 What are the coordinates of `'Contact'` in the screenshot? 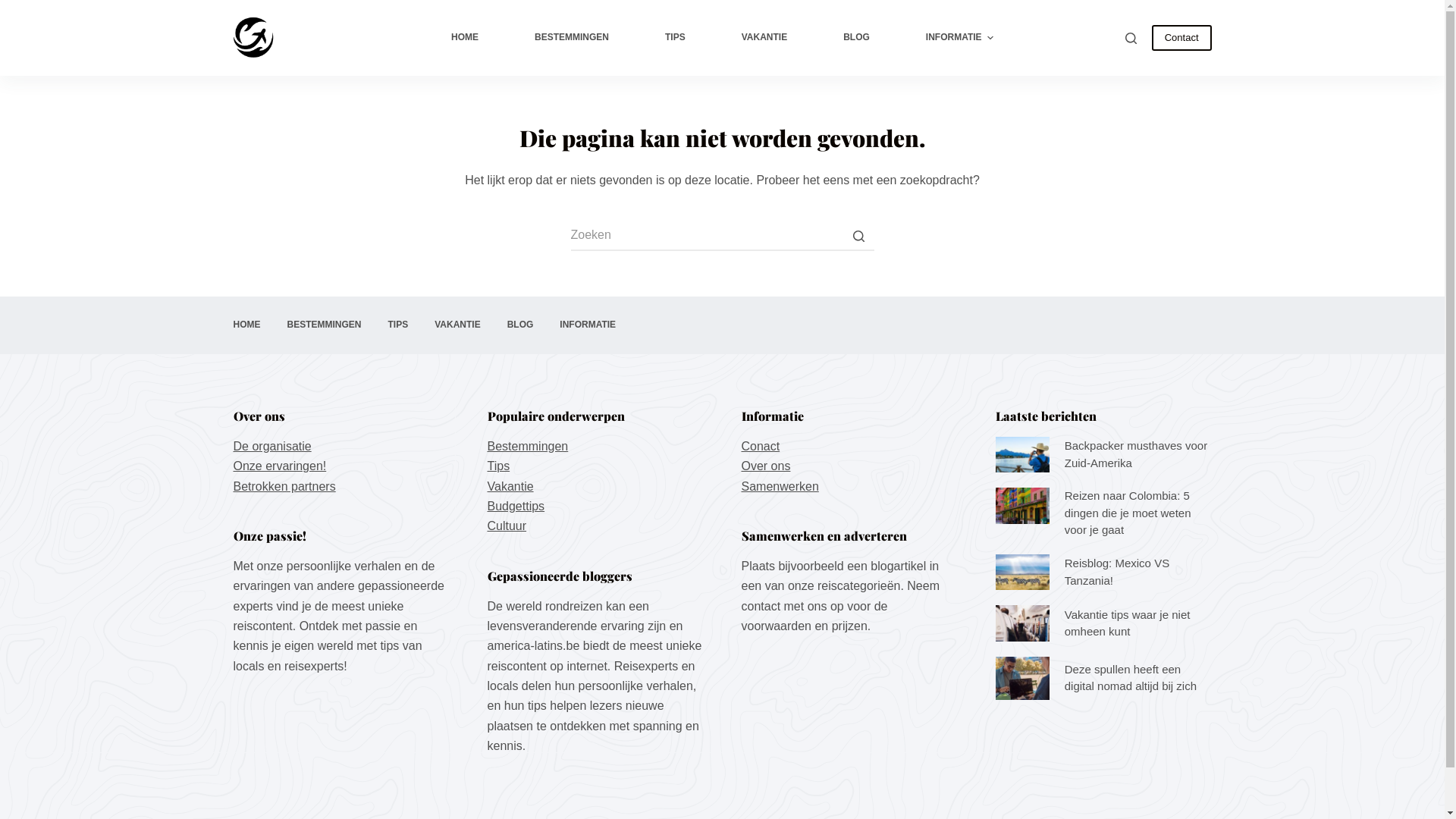 It's located at (1181, 37).